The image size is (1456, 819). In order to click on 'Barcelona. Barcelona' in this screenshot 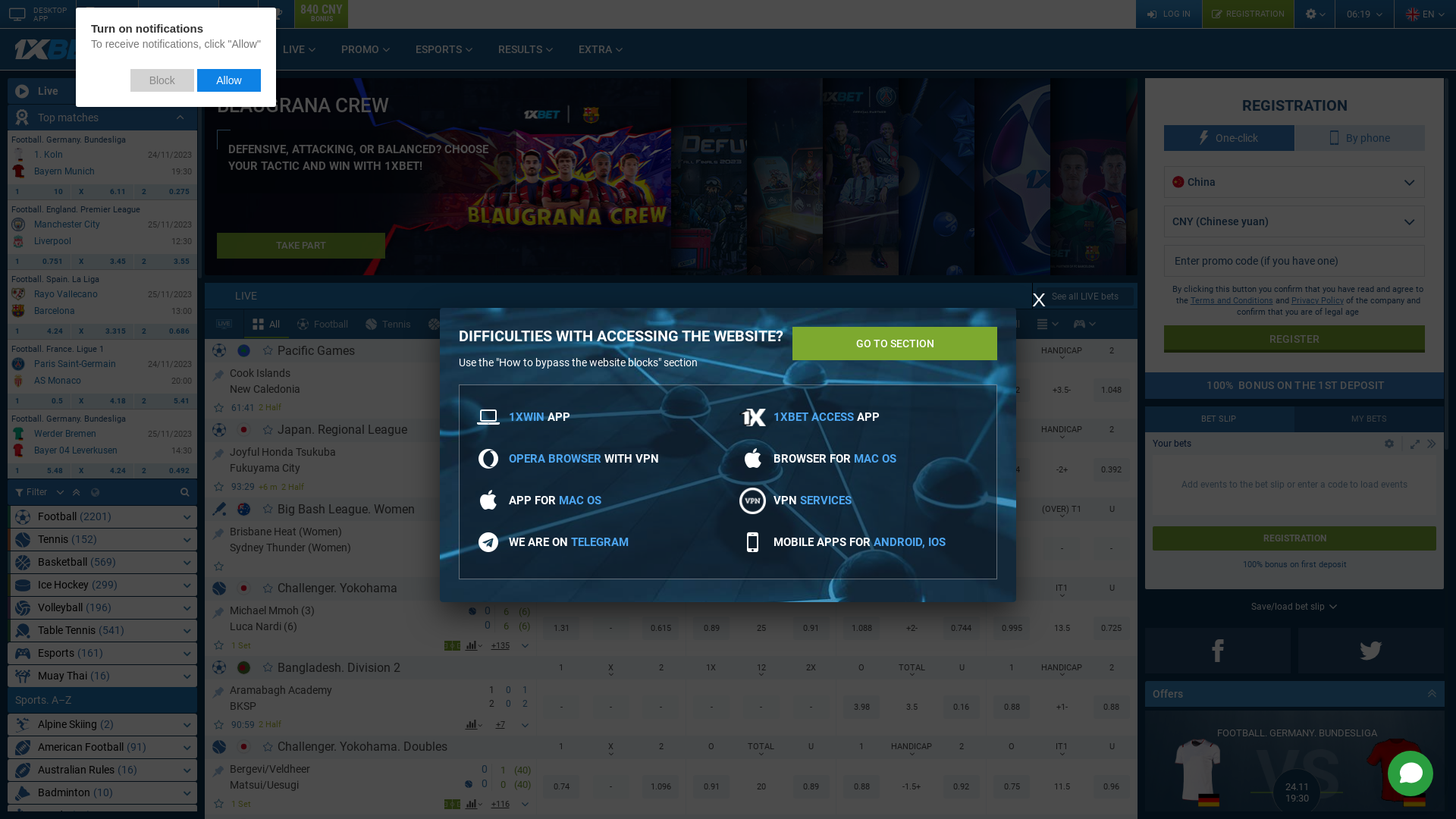, I will do `click(18, 309)`.